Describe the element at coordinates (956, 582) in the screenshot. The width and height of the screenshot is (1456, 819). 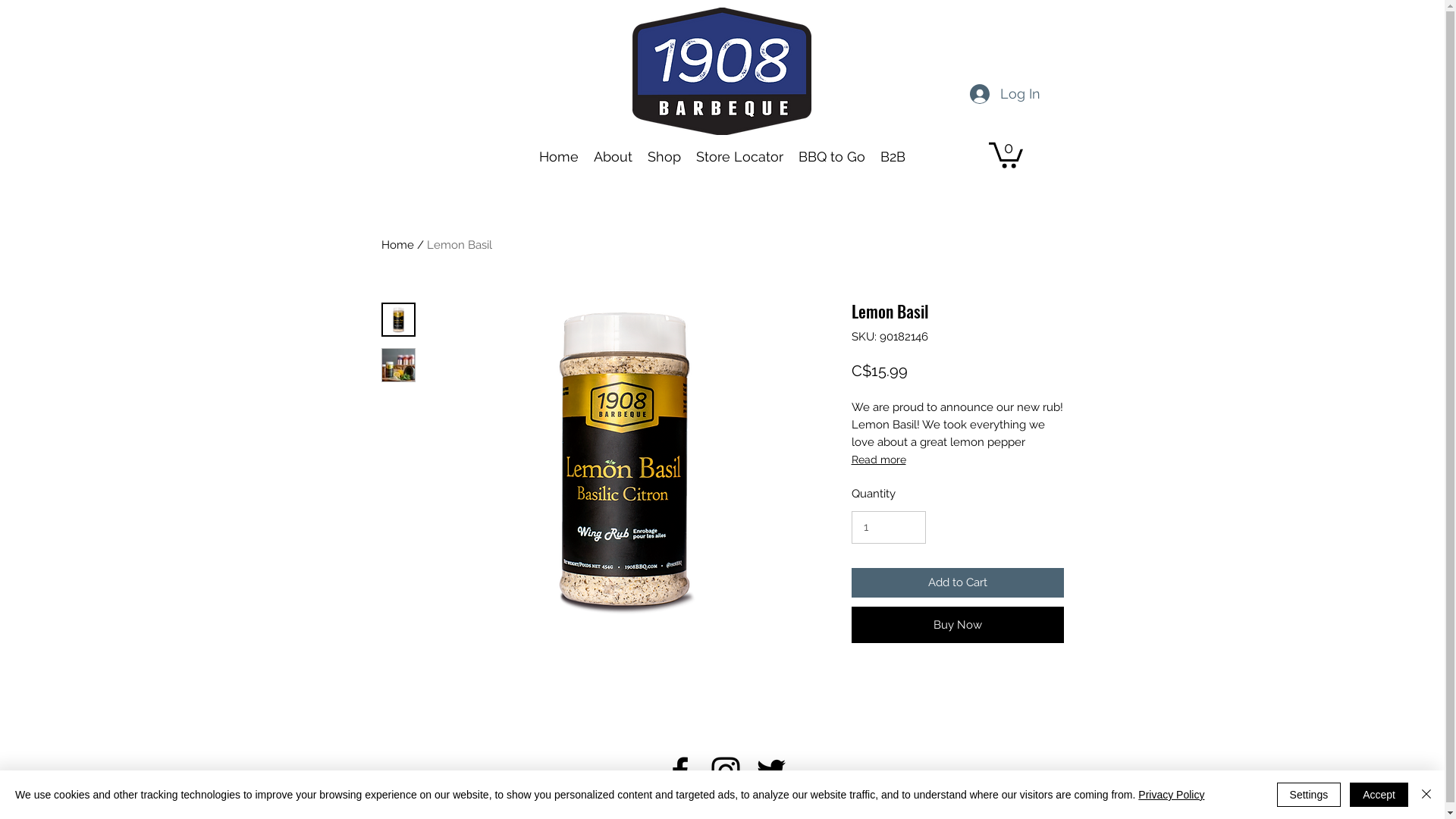
I see `'Add to Cart'` at that location.